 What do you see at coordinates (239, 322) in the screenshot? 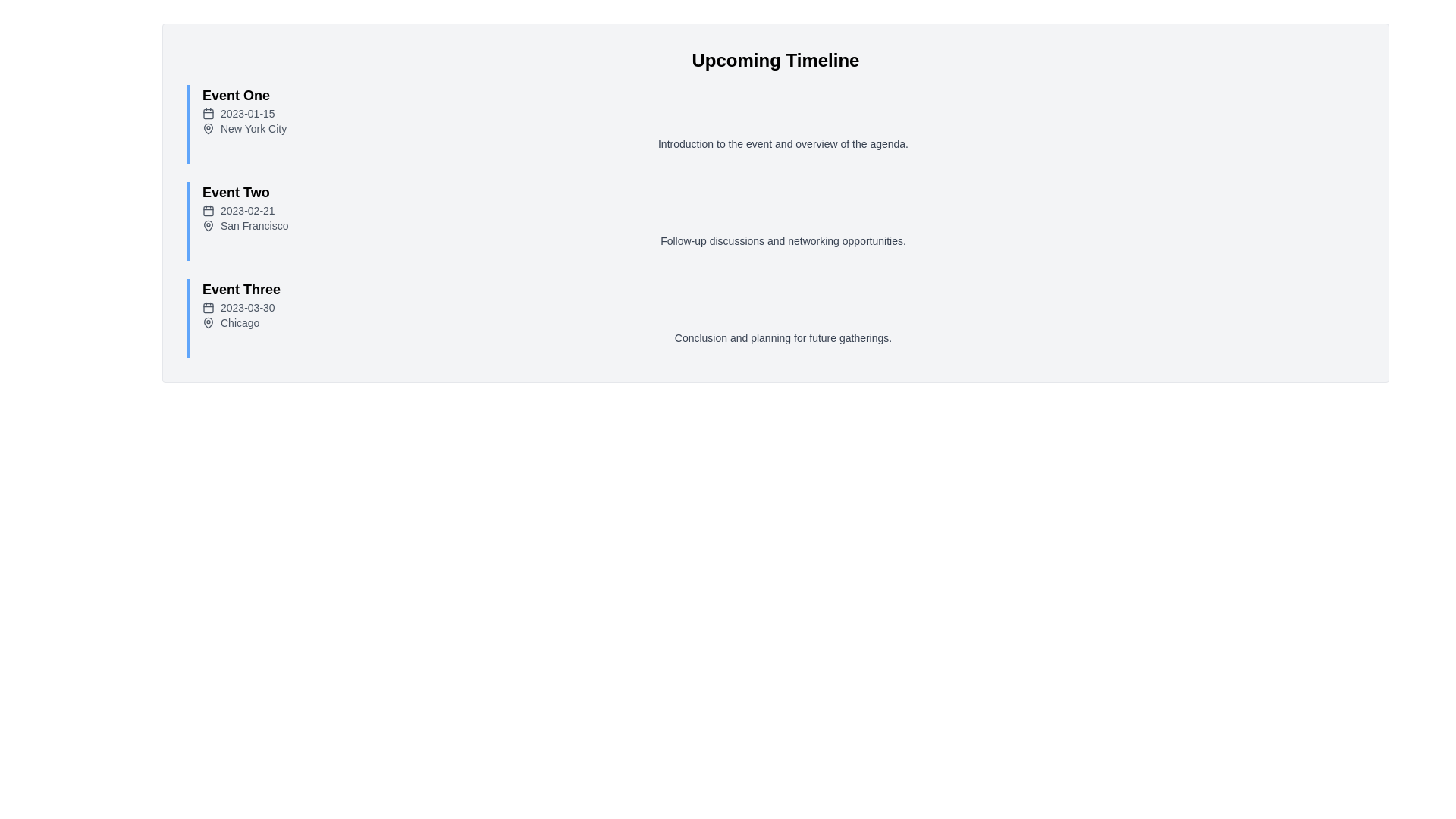
I see `the Text Label that indicates the city associated with 'Event Three', positioned below 'Event Two' and next to a pin-shaped icon` at bounding box center [239, 322].